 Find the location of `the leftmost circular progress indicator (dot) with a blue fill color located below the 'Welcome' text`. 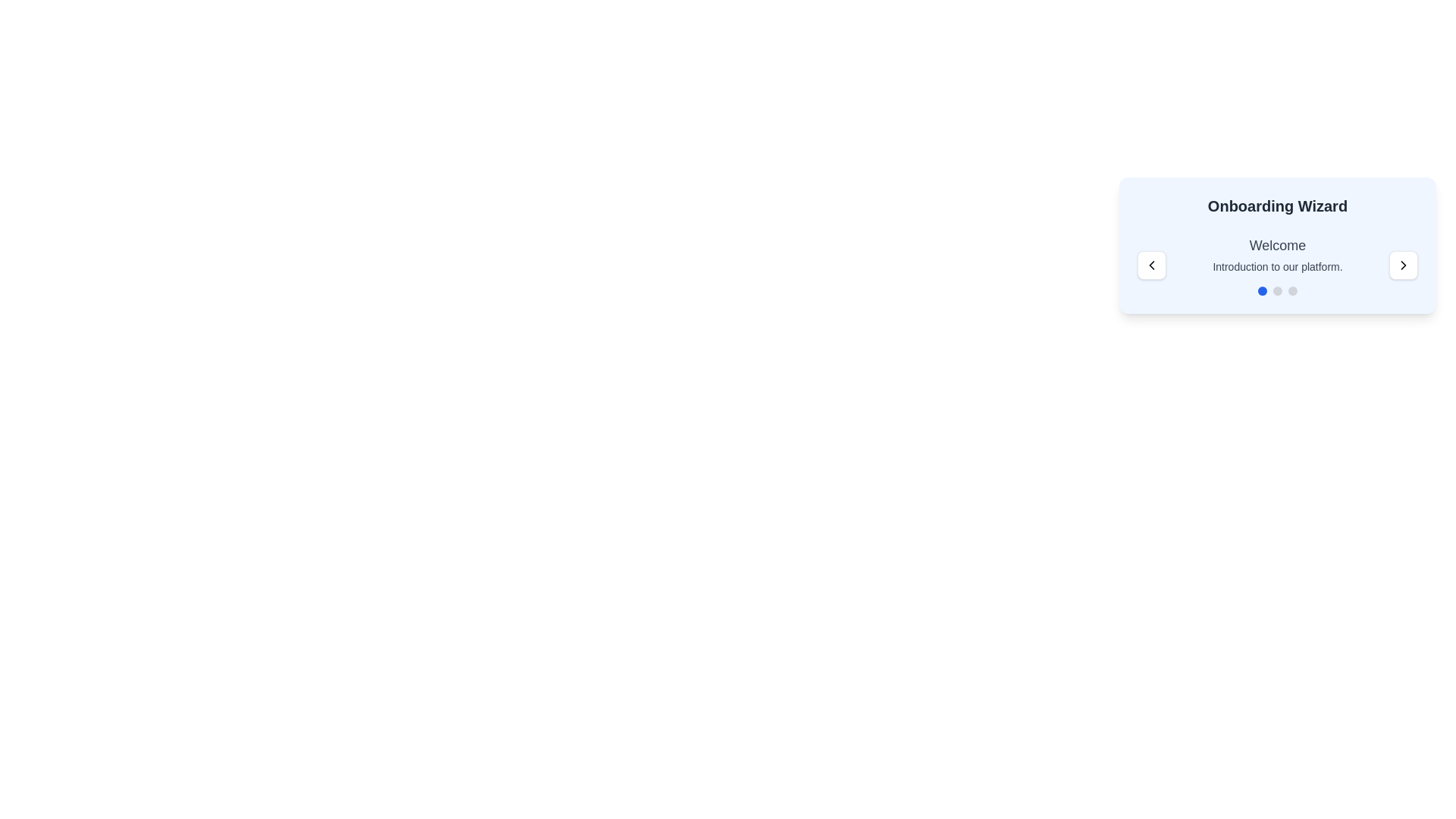

the leftmost circular progress indicator (dot) with a blue fill color located below the 'Welcome' text is located at coordinates (1263, 291).